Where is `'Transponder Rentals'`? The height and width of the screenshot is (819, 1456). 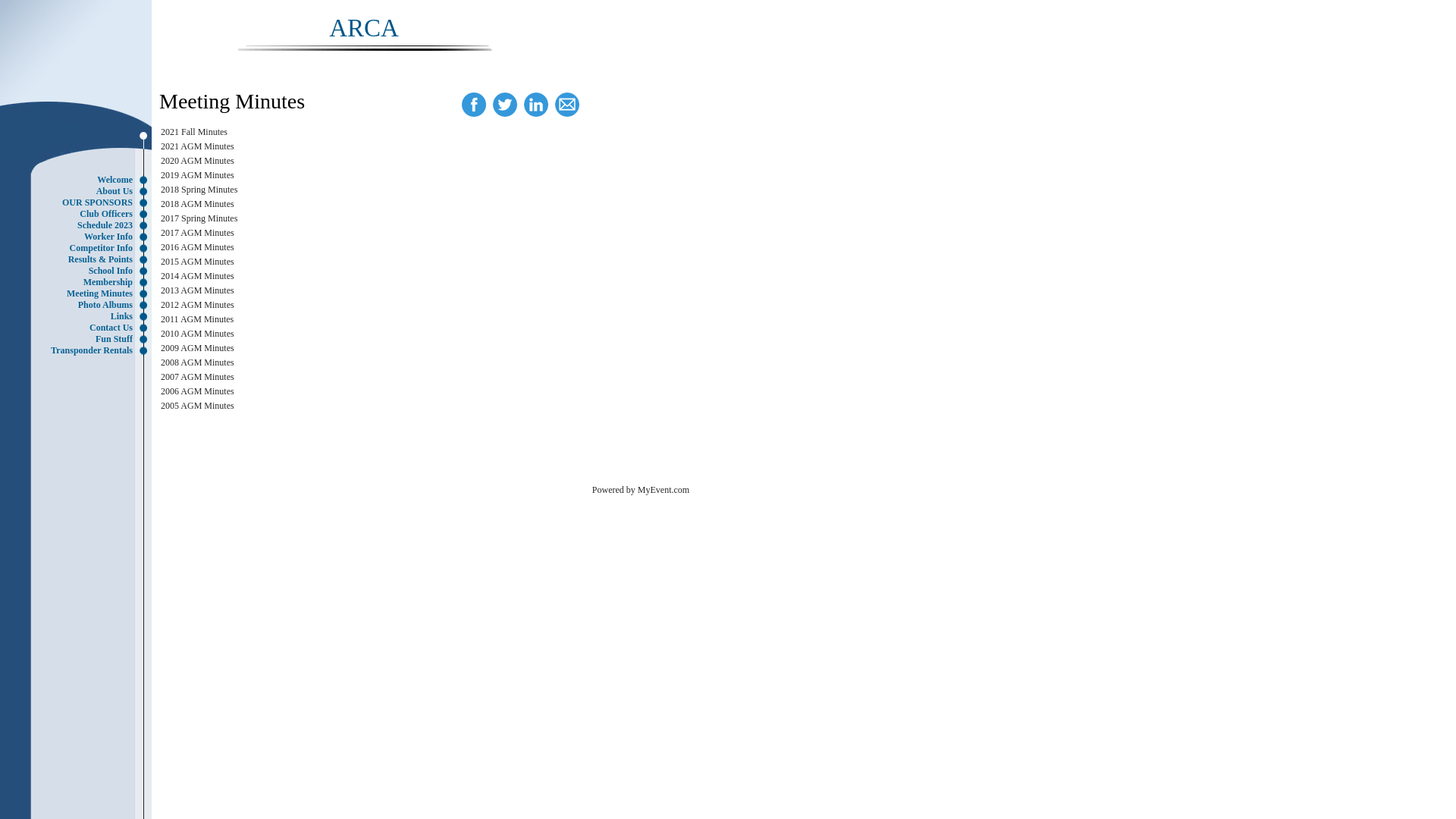
'Transponder Rentals' is located at coordinates (79, 350).